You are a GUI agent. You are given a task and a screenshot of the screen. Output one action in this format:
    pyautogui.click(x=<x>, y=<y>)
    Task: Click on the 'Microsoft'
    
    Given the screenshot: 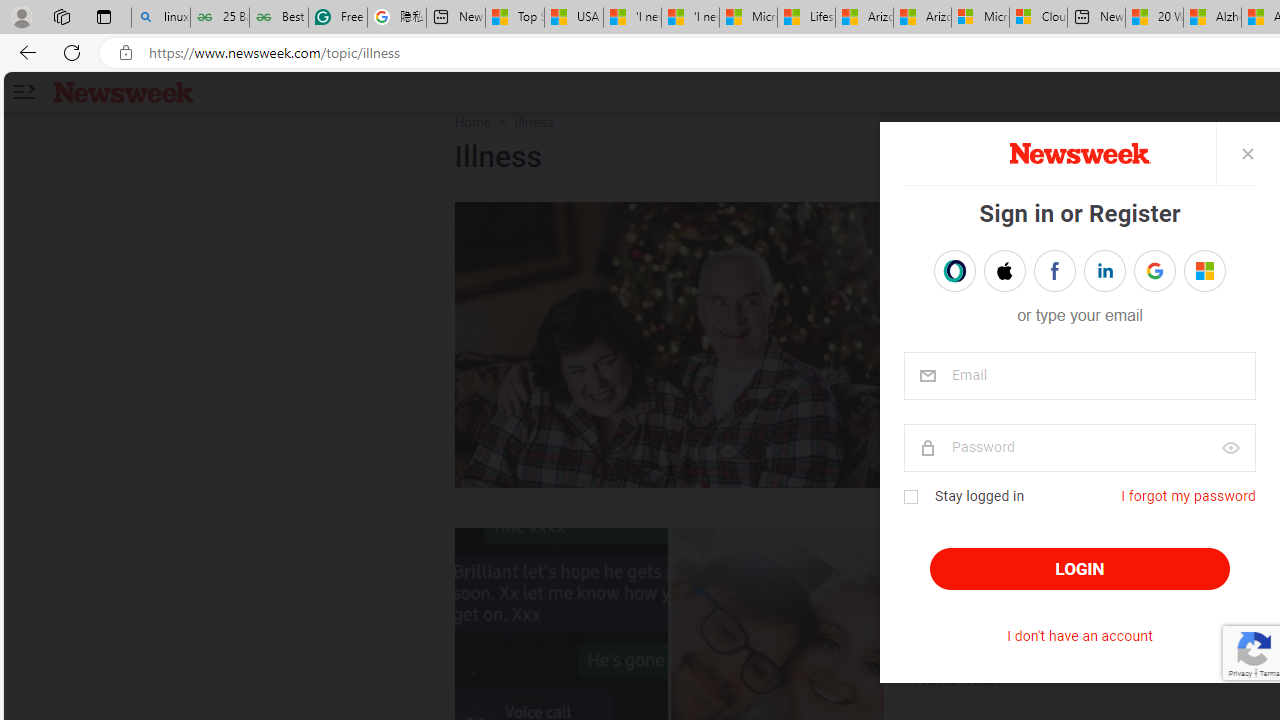 What is the action you would take?
    pyautogui.click(x=1203, y=270)
    